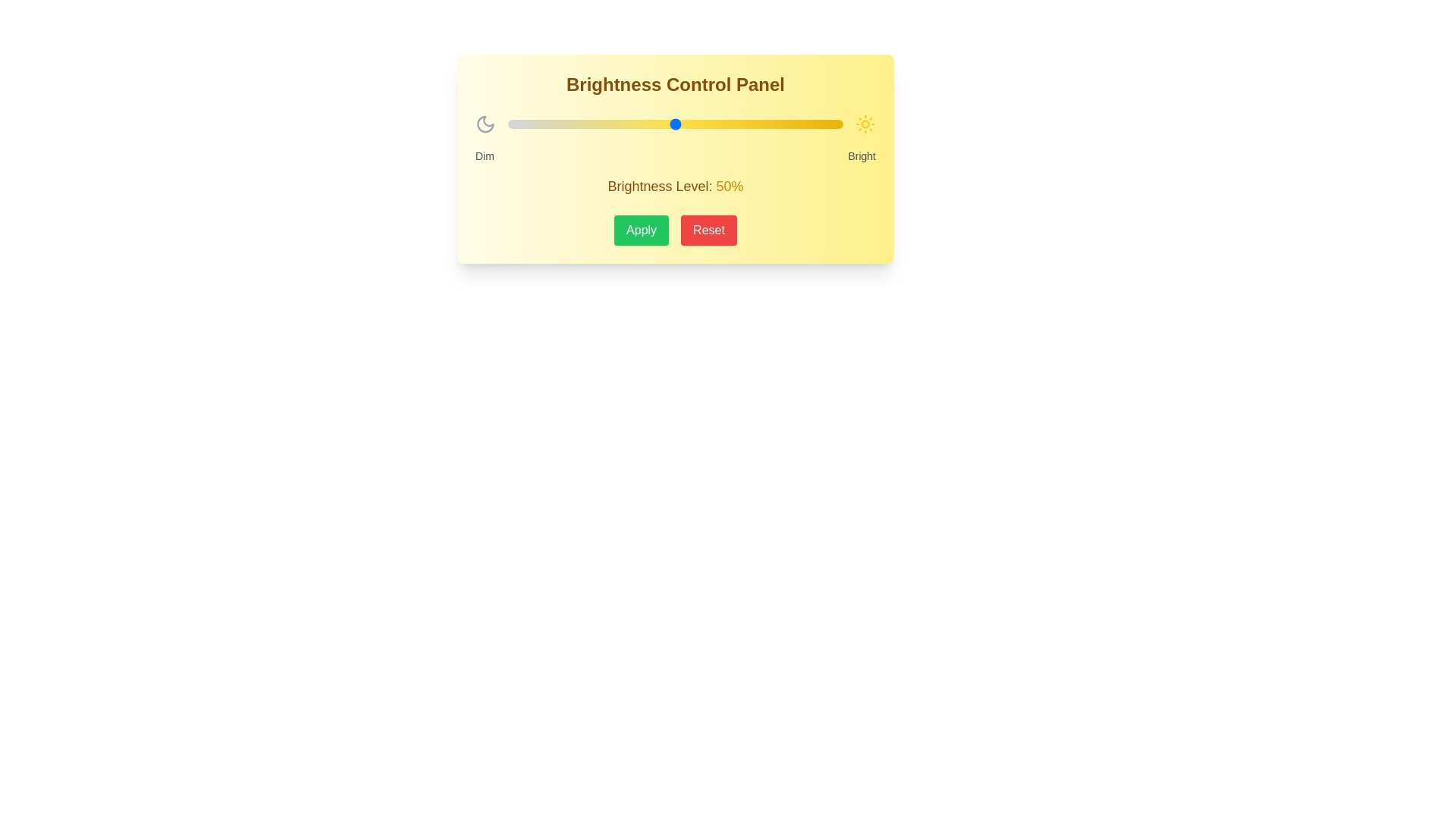 The height and width of the screenshot is (819, 1456). Describe the element at coordinates (708, 231) in the screenshot. I see `the 'Reset' button to reset the brightness setting` at that location.